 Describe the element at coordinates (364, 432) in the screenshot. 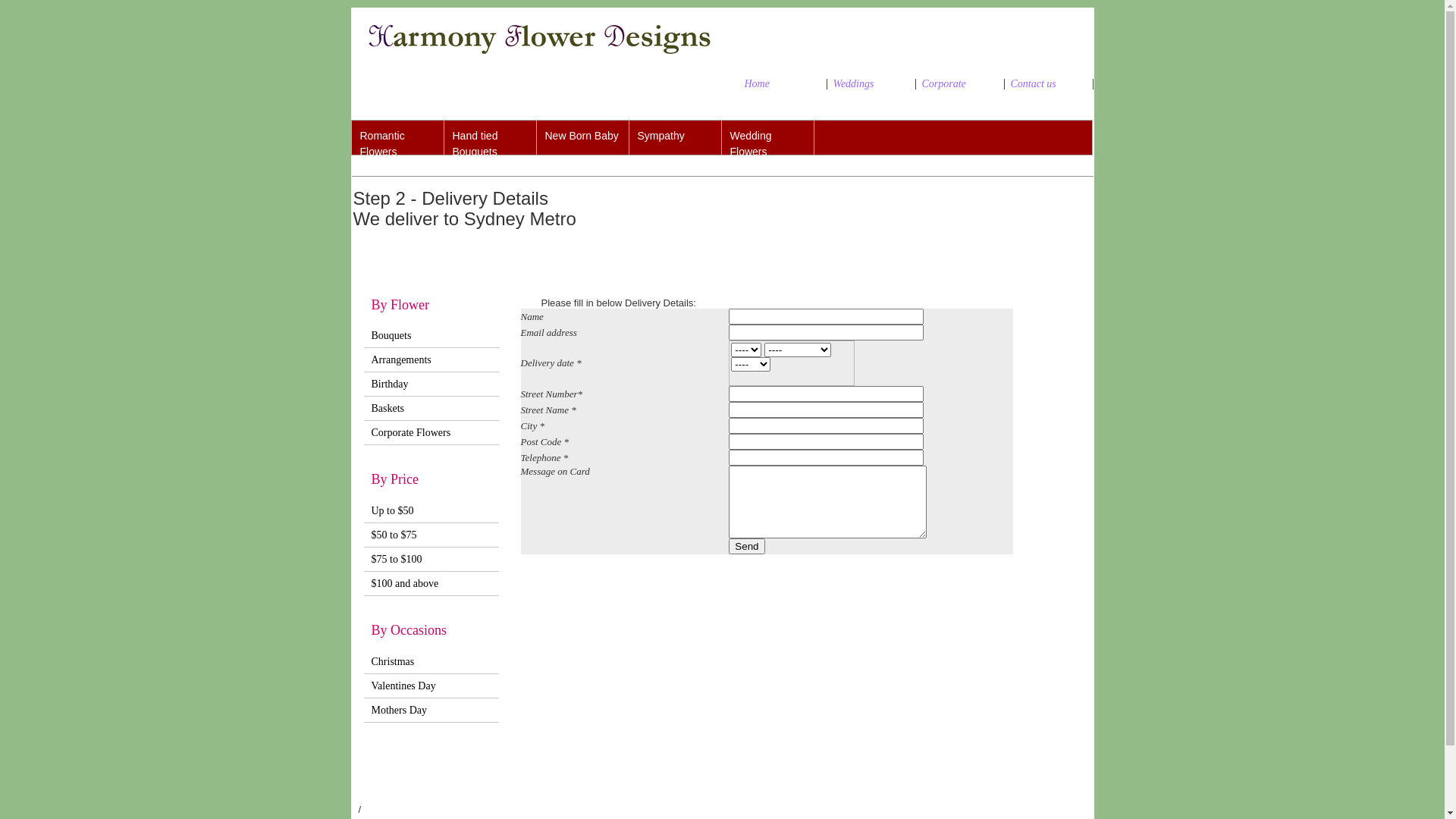

I see `'Corporate Flowers'` at that location.